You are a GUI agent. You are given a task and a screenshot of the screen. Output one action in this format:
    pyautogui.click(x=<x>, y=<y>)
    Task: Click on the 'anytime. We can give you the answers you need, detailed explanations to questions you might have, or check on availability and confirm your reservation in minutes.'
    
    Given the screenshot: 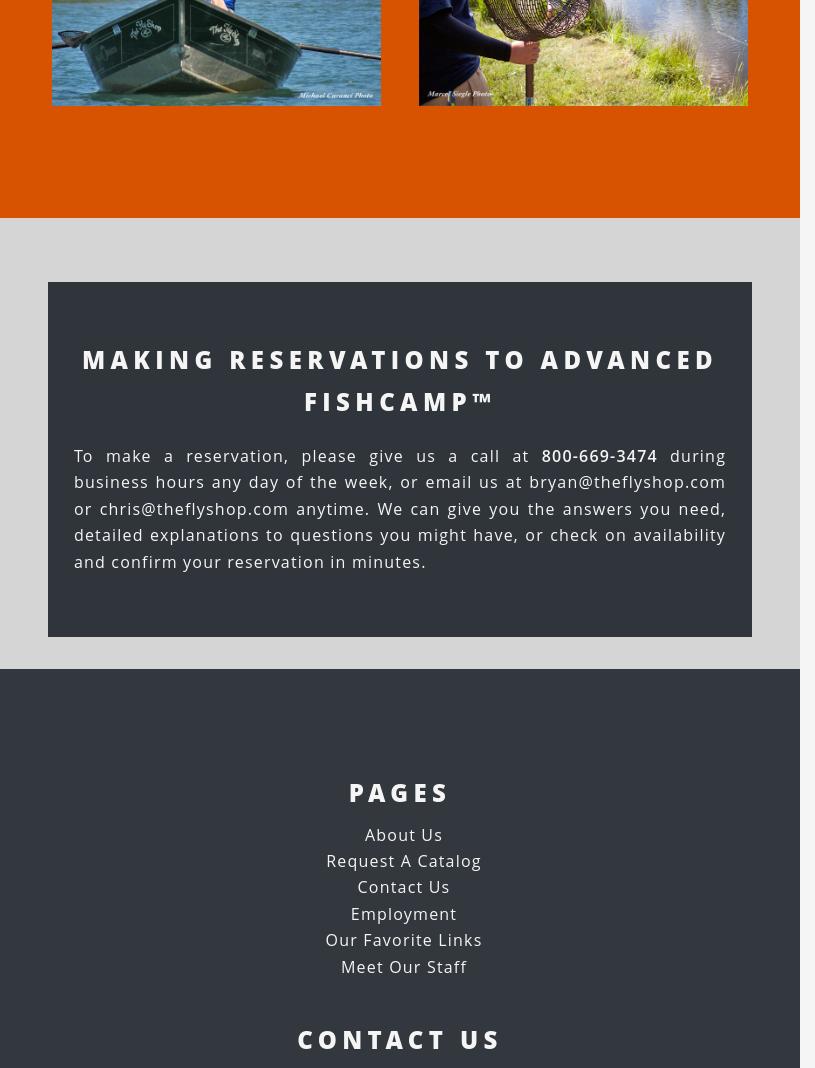 What is the action you would take?
    pyautogui.click(x=398, y=534)
    